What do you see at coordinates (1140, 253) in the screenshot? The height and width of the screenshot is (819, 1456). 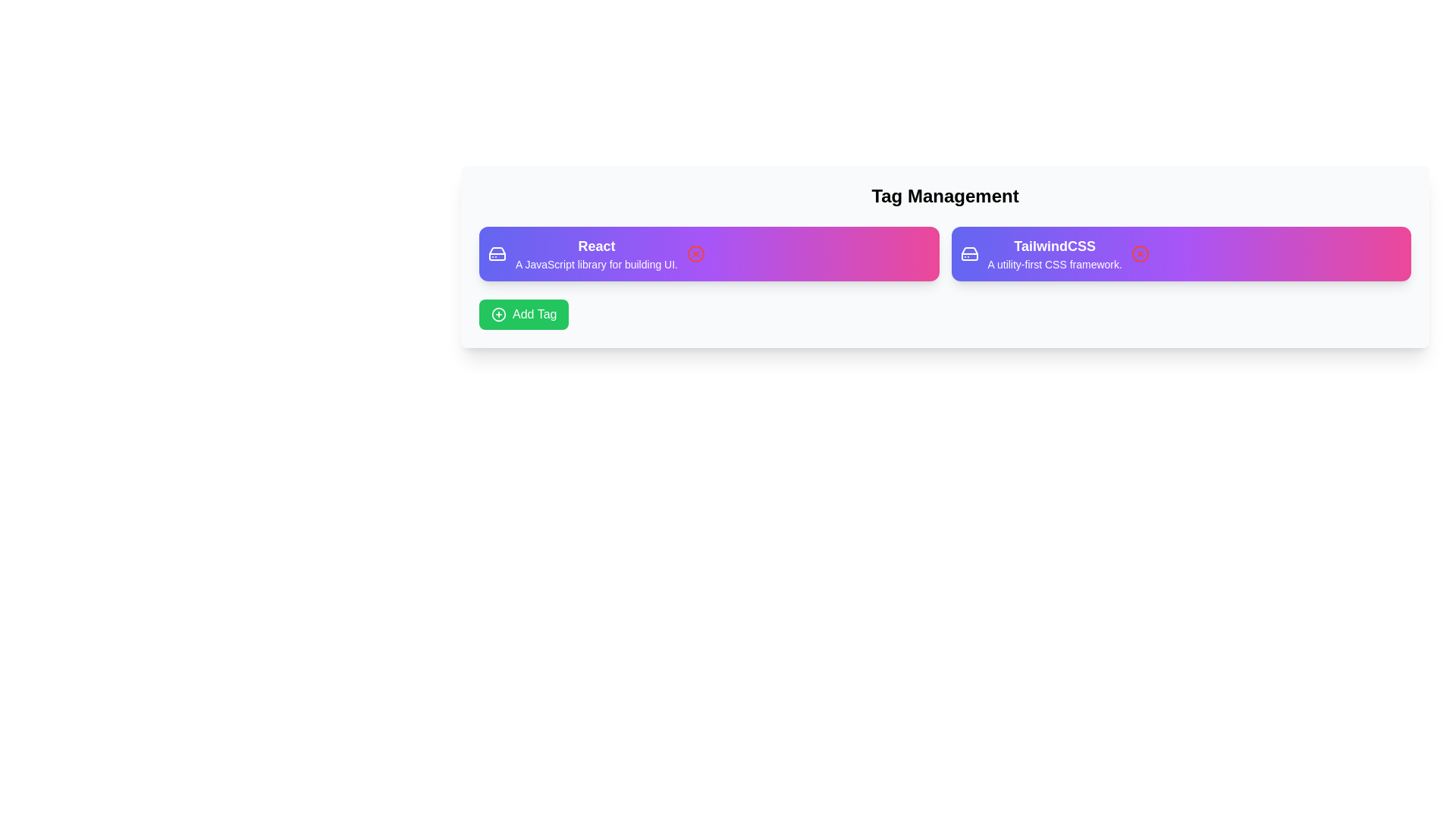 I see `the circular button icon with a red cross at the top-right corner of the TailwindCSS card to trigger the hover effect` at bounding box center [1140, 253].